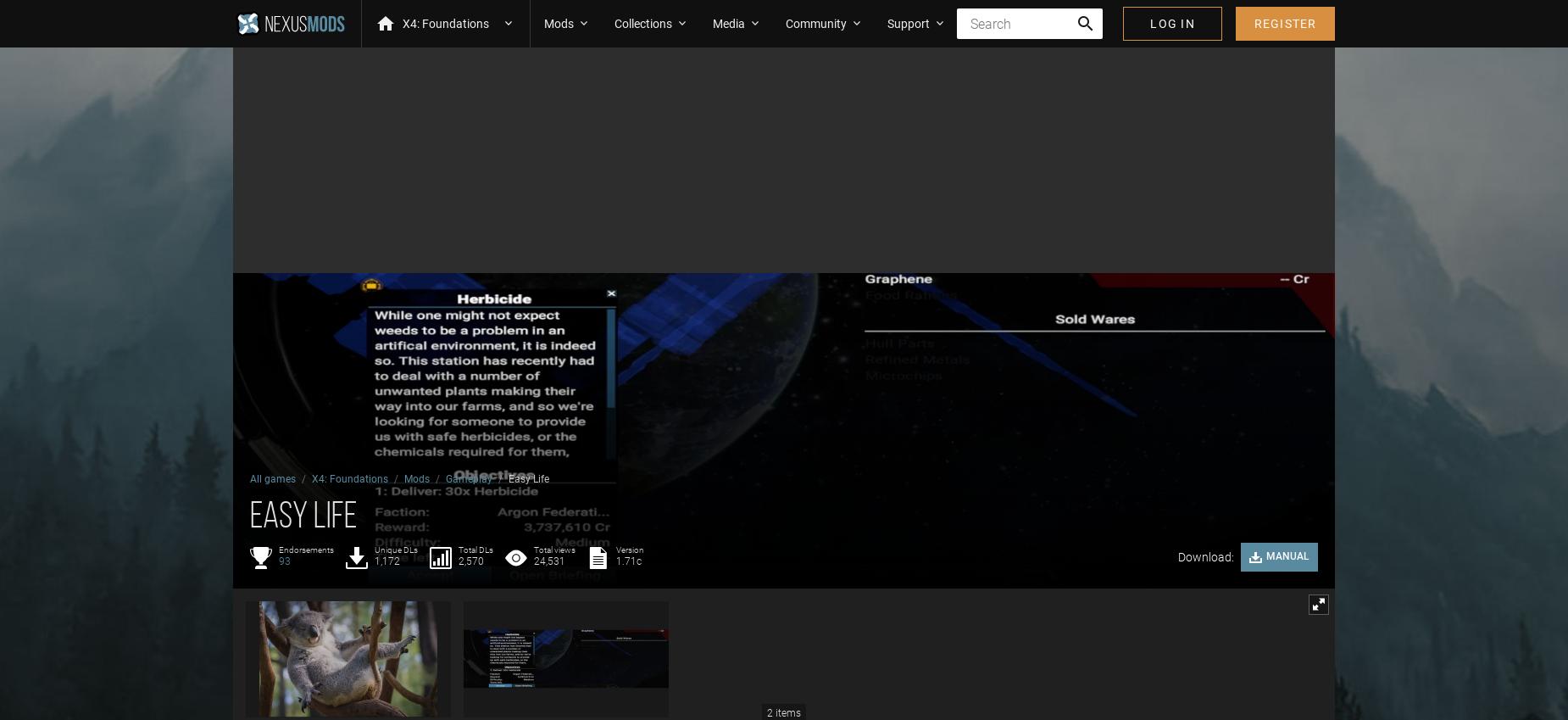 The image size is (1568, 720). Describe the element at coordinates (469, 479) in the screenshot. I see `'Gameplay'` at that location.